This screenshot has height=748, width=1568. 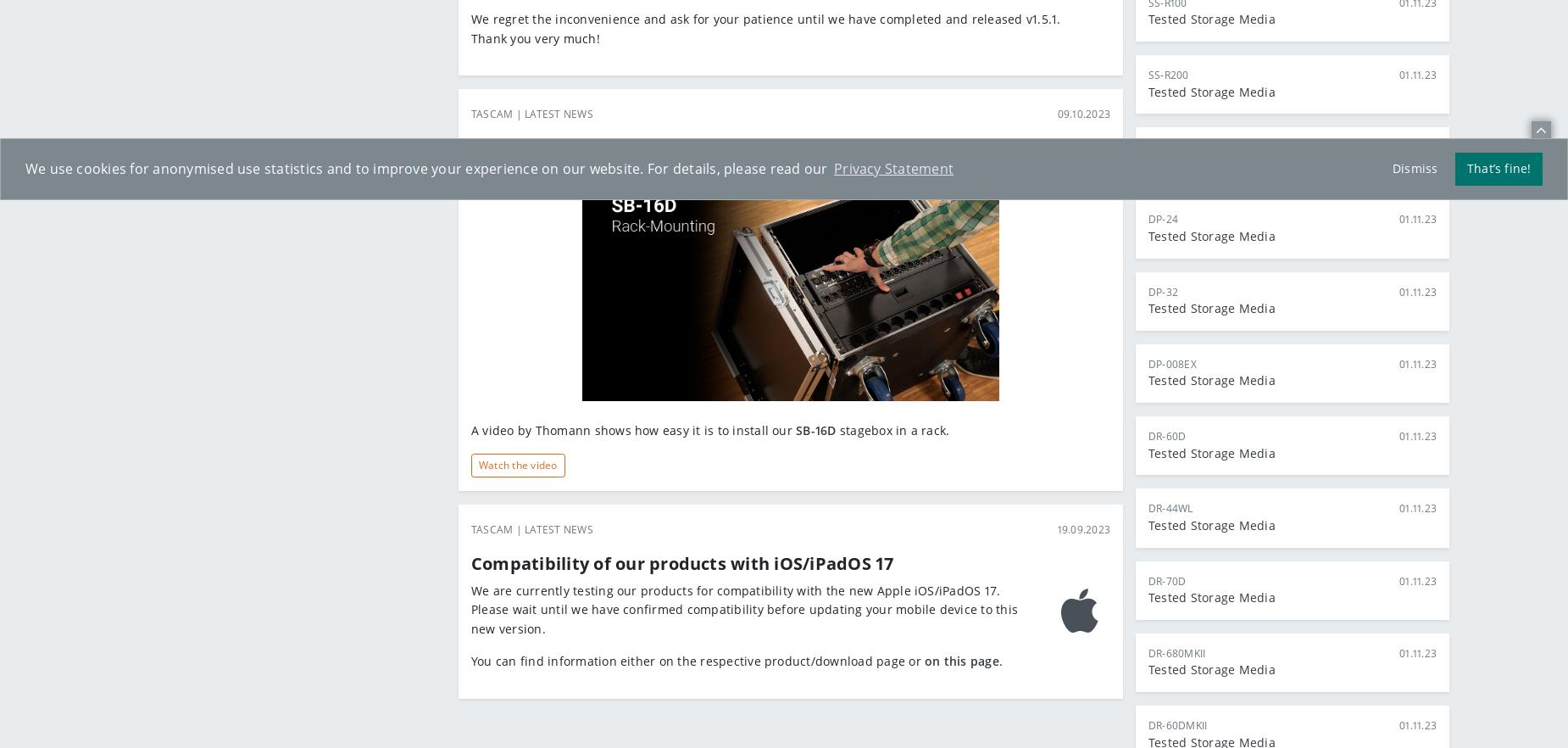 What do you see at coordinates (1165, 579) in the screenshot?
I see `'DR-70D'` at bounding box center [1165, 579].